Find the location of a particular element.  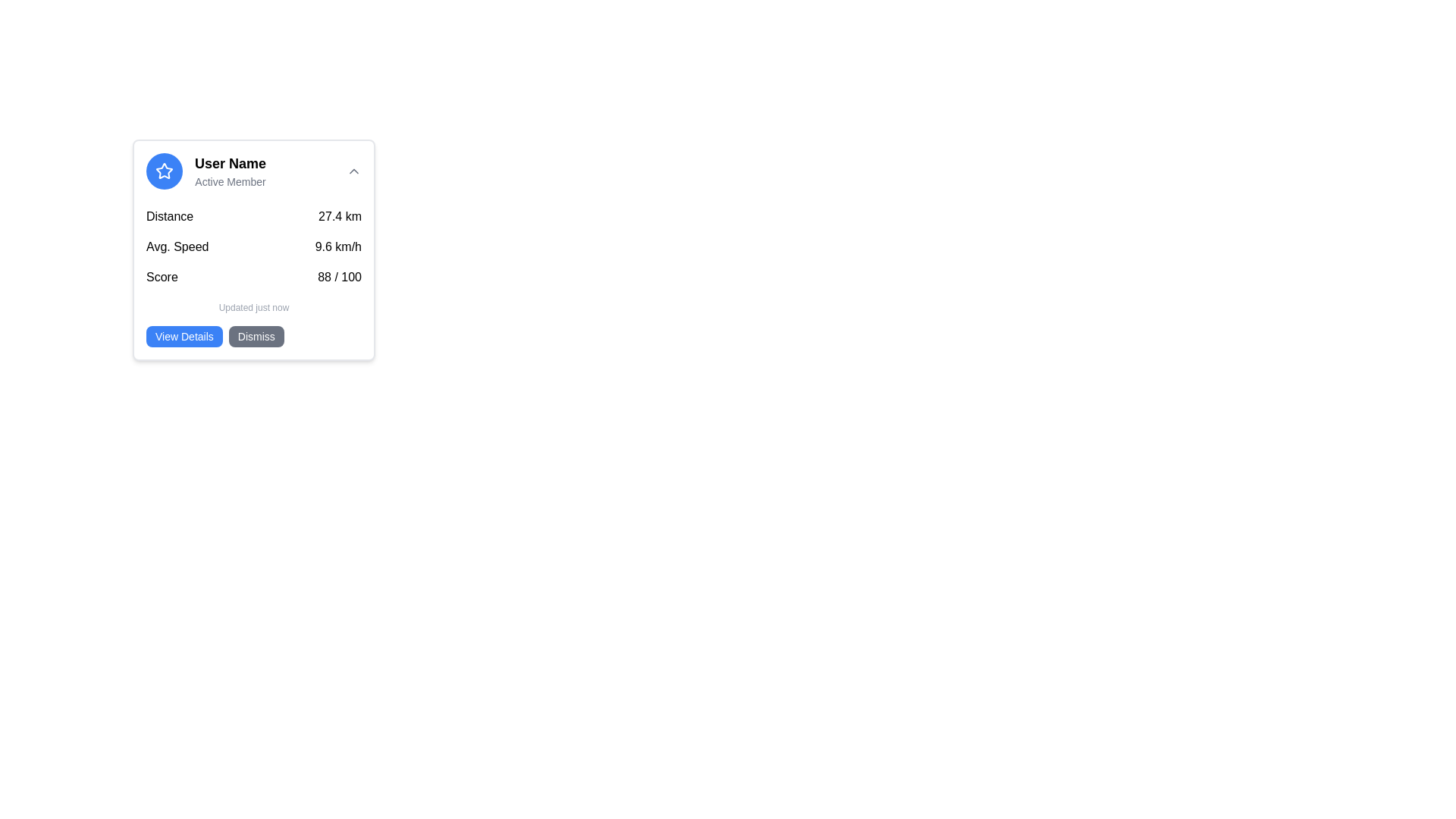

the 'Active Member' text label, which is a smaller, gray-colored, sans-serif font located beneath the 'User Name' text in the profile card is located at coordinates (229, 180).